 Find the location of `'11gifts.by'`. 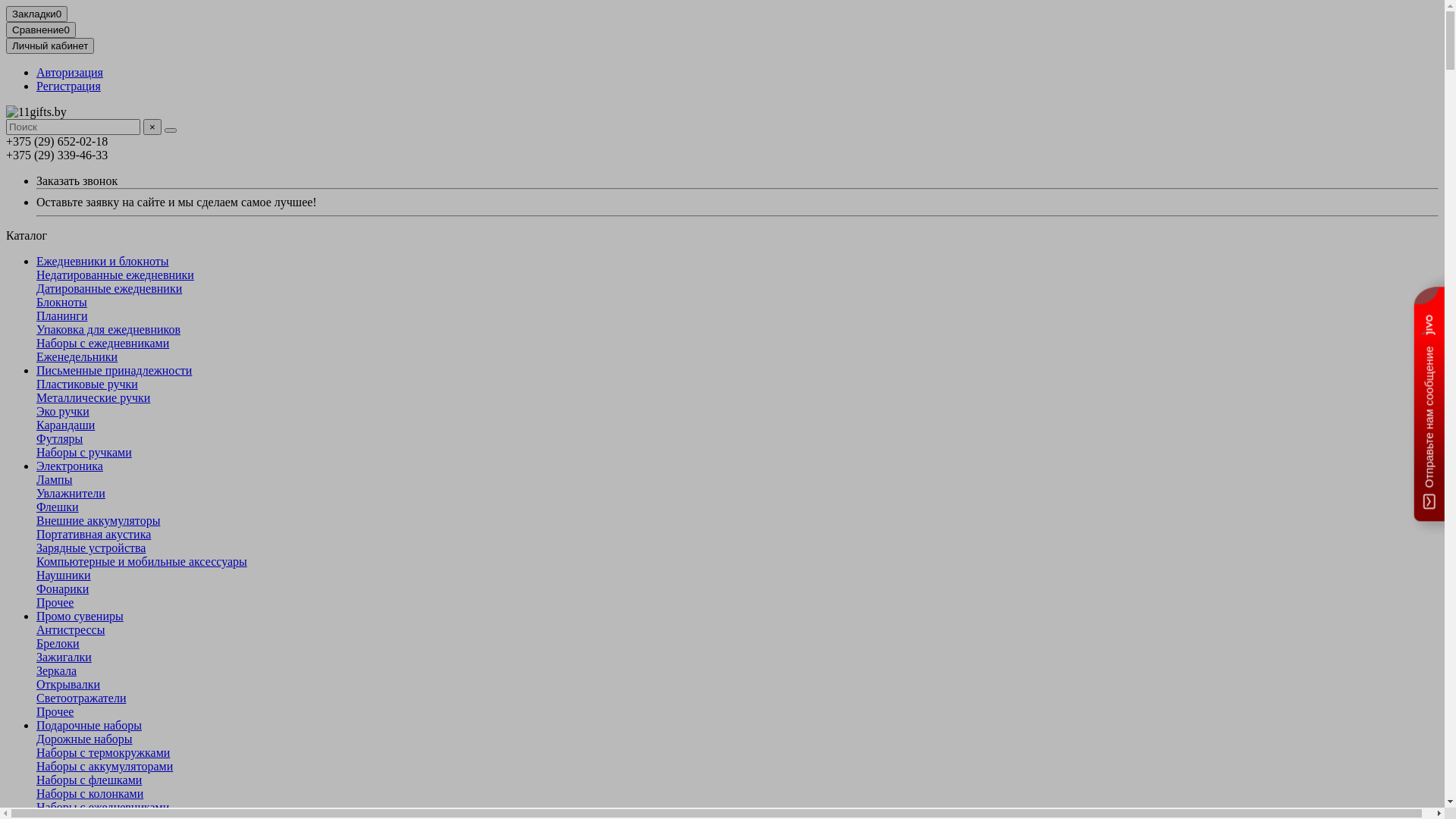

'11gifts.by' is located at coordinates (36, 111).